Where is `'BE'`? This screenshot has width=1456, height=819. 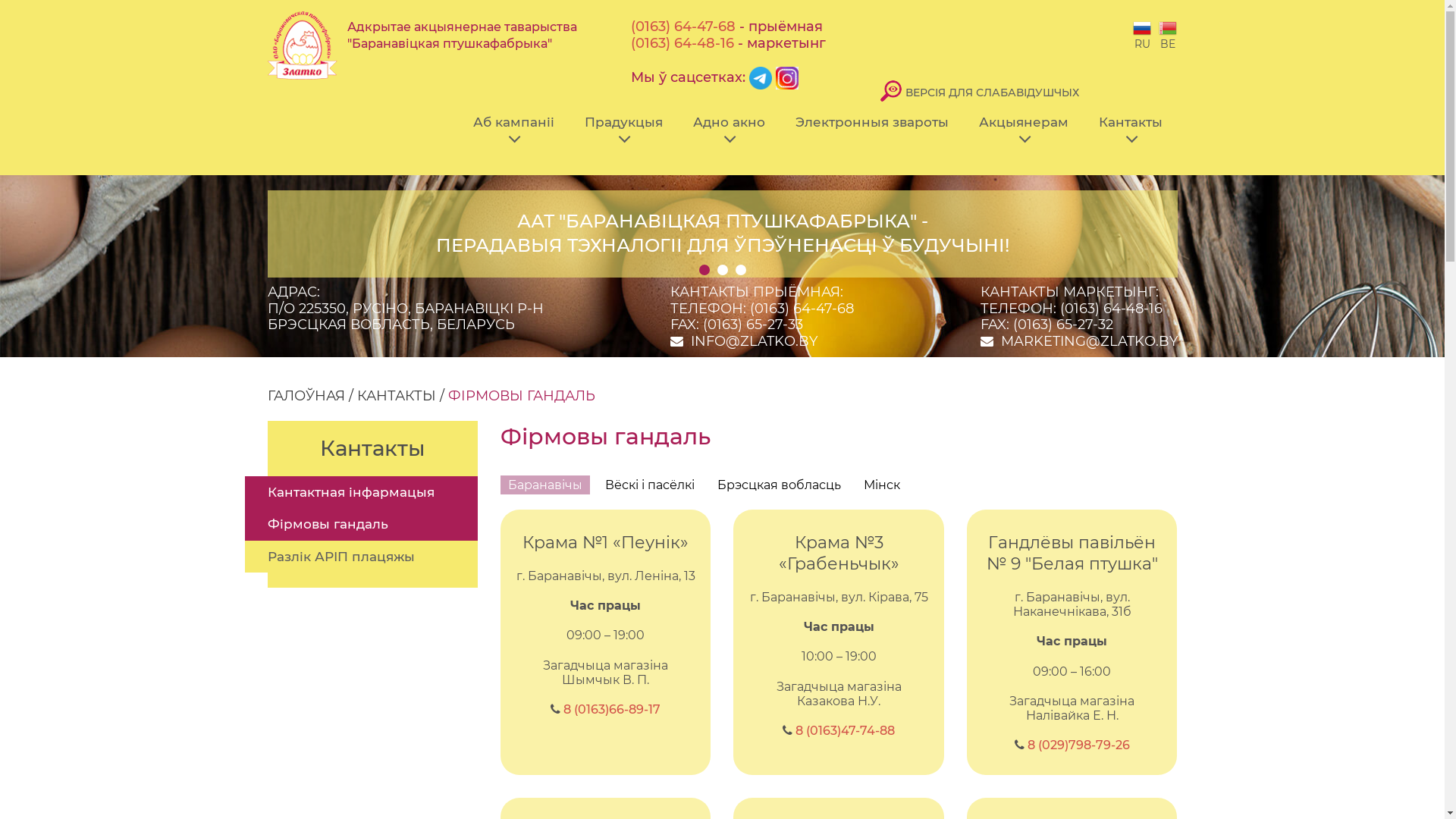 'BE' is located at coordinates (1167, 34).